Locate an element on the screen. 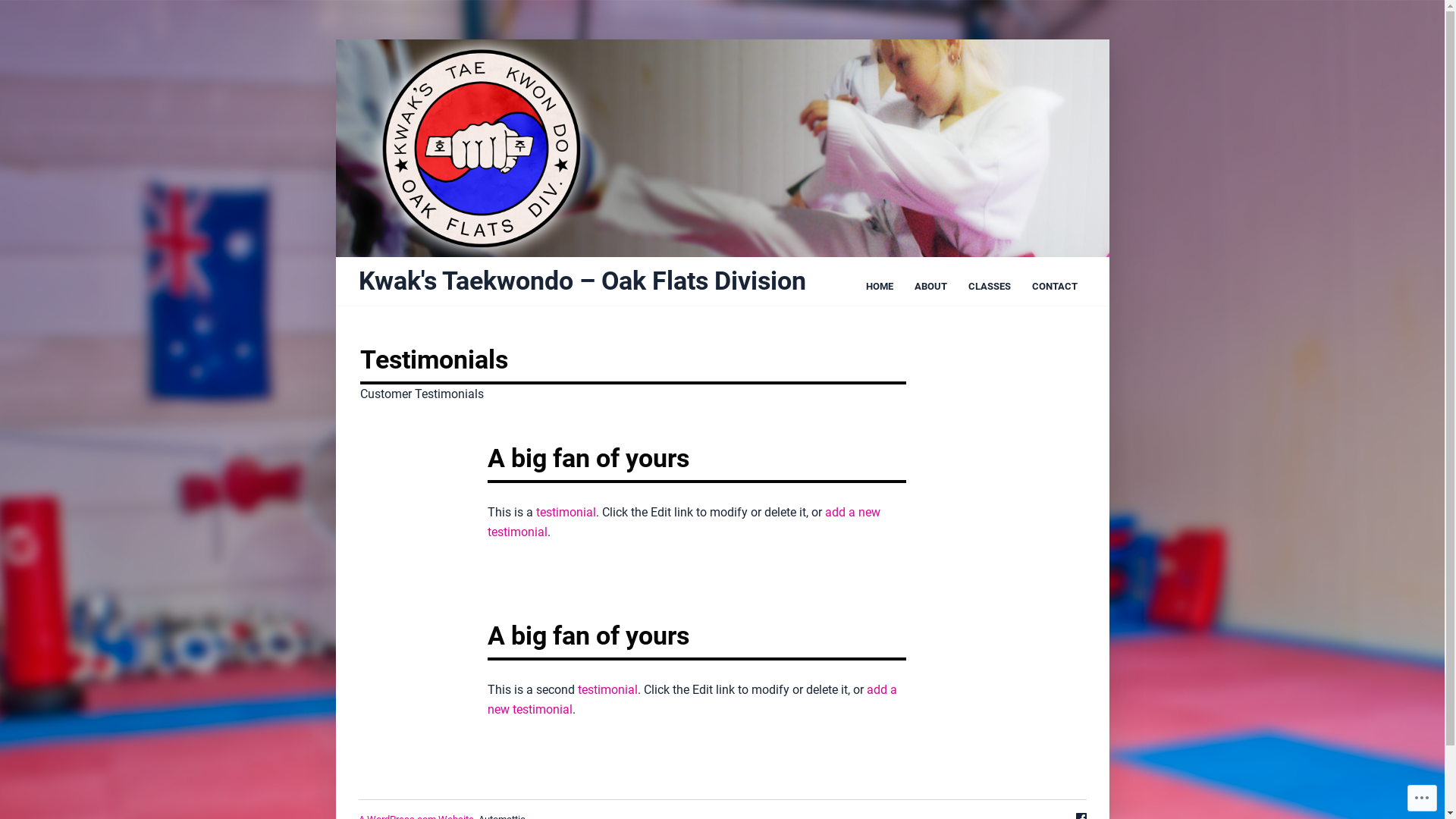  'ABOUT' is located at coordinates (913, 286).